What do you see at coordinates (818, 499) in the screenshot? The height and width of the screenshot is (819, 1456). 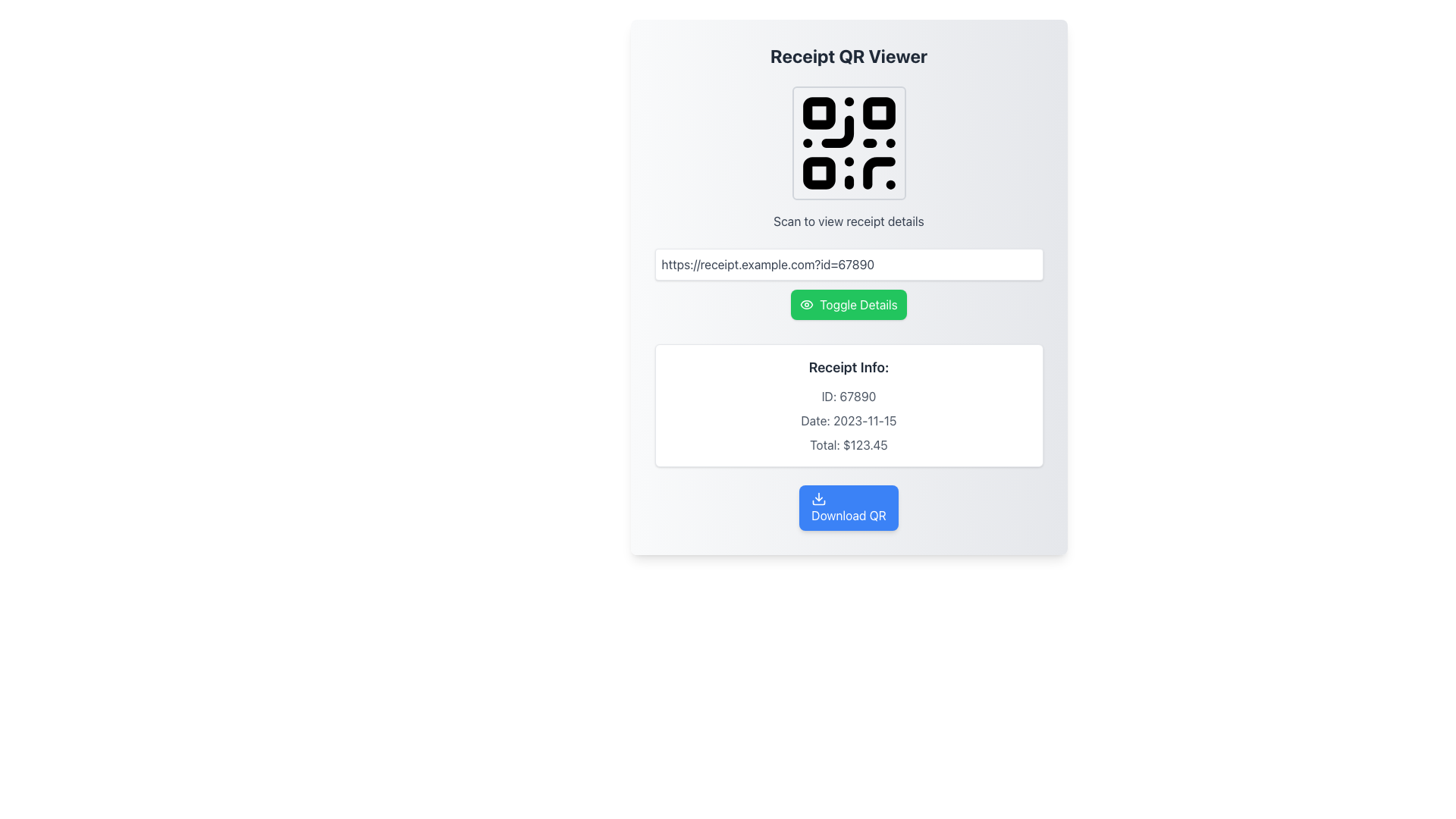 I see `the small download icon with a downward arrow located at the top-left of the 'Download QR' button` at bounding box center [818, 499].